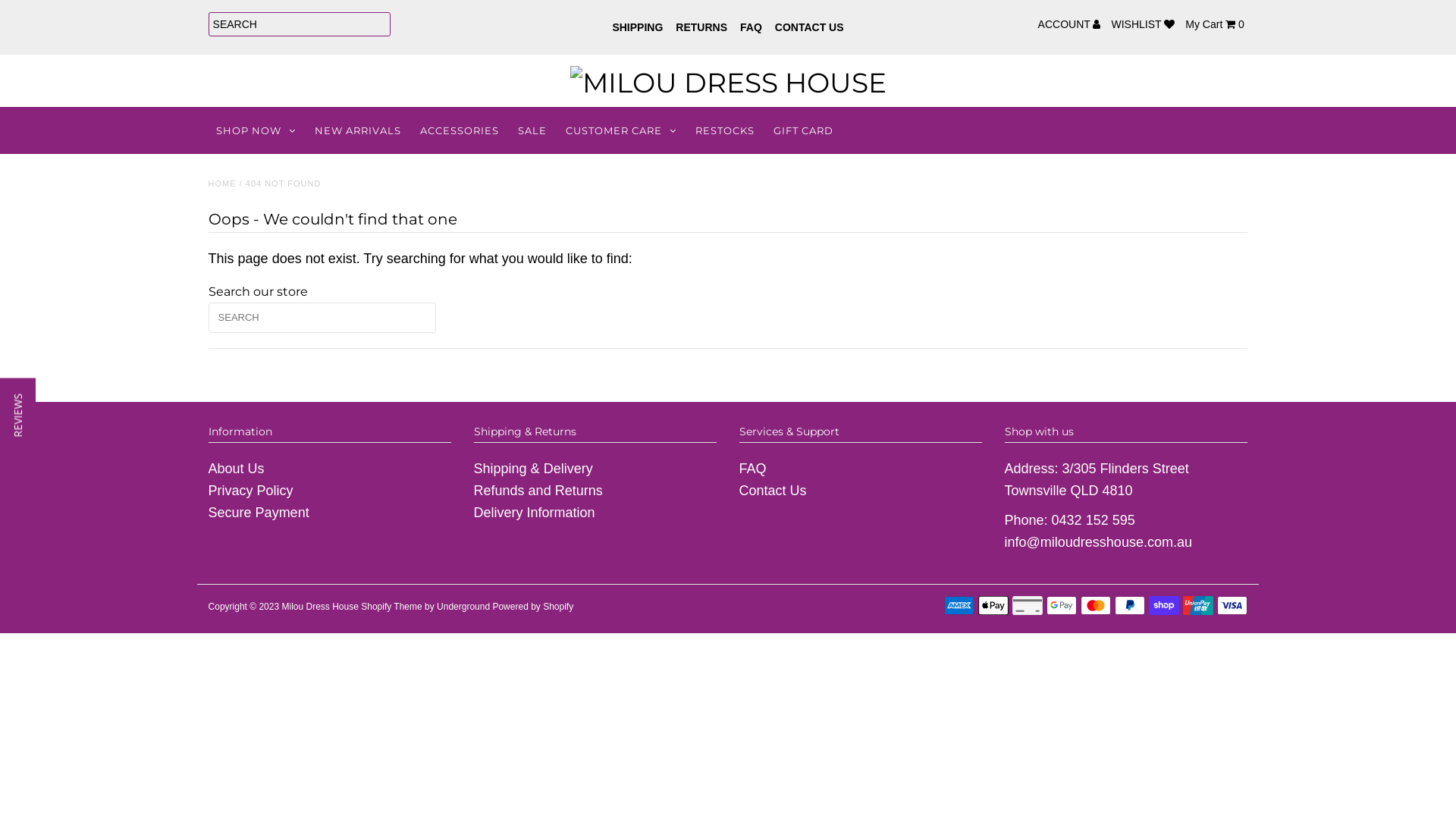 The image size is (1456, 819). What do you see at coordinates (221, 183) in the screenshot?
I see `'HOME'` at bounding box center [221, 183].